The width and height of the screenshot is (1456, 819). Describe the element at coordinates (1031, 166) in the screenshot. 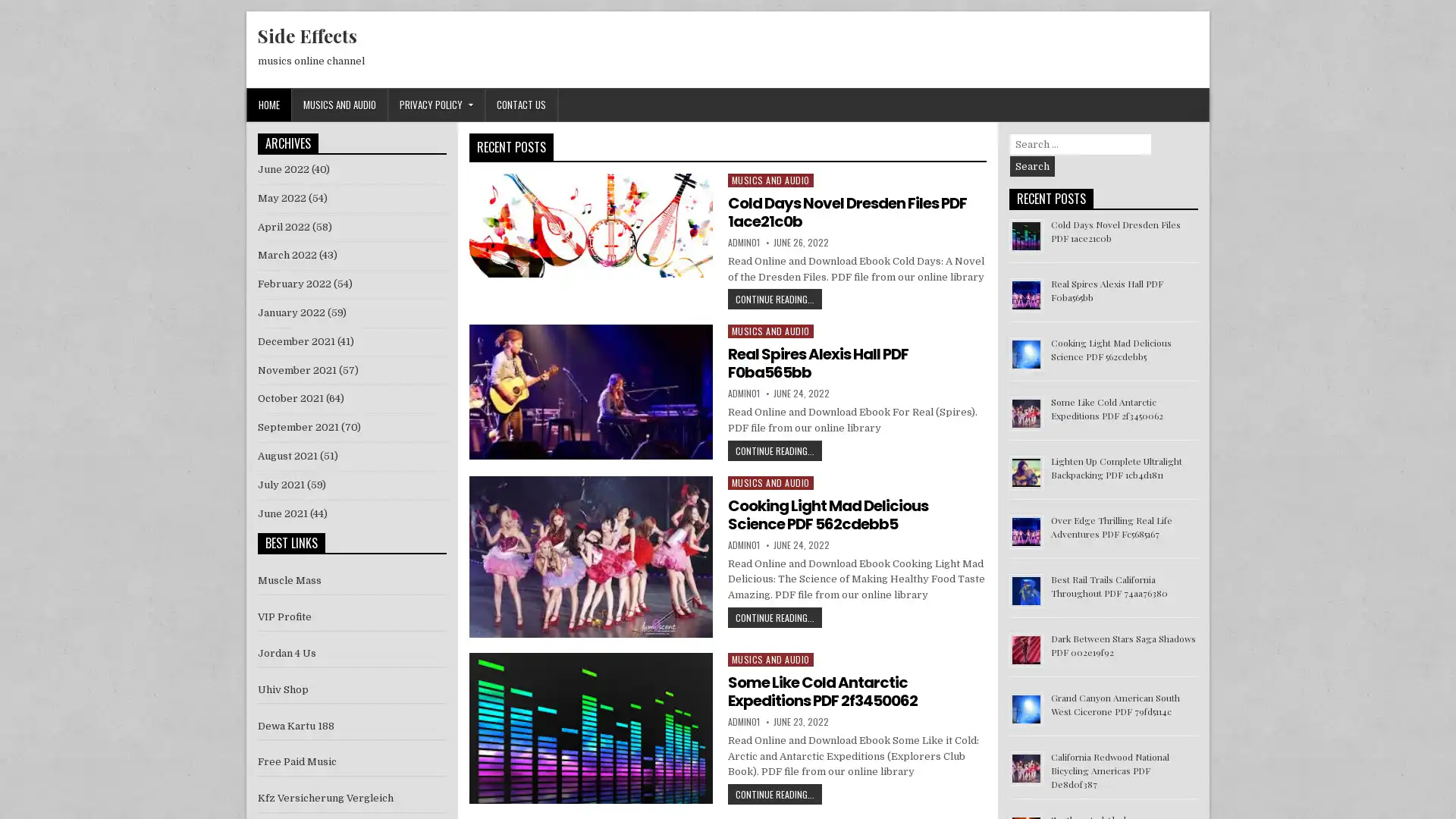

I see `Search` at that location.